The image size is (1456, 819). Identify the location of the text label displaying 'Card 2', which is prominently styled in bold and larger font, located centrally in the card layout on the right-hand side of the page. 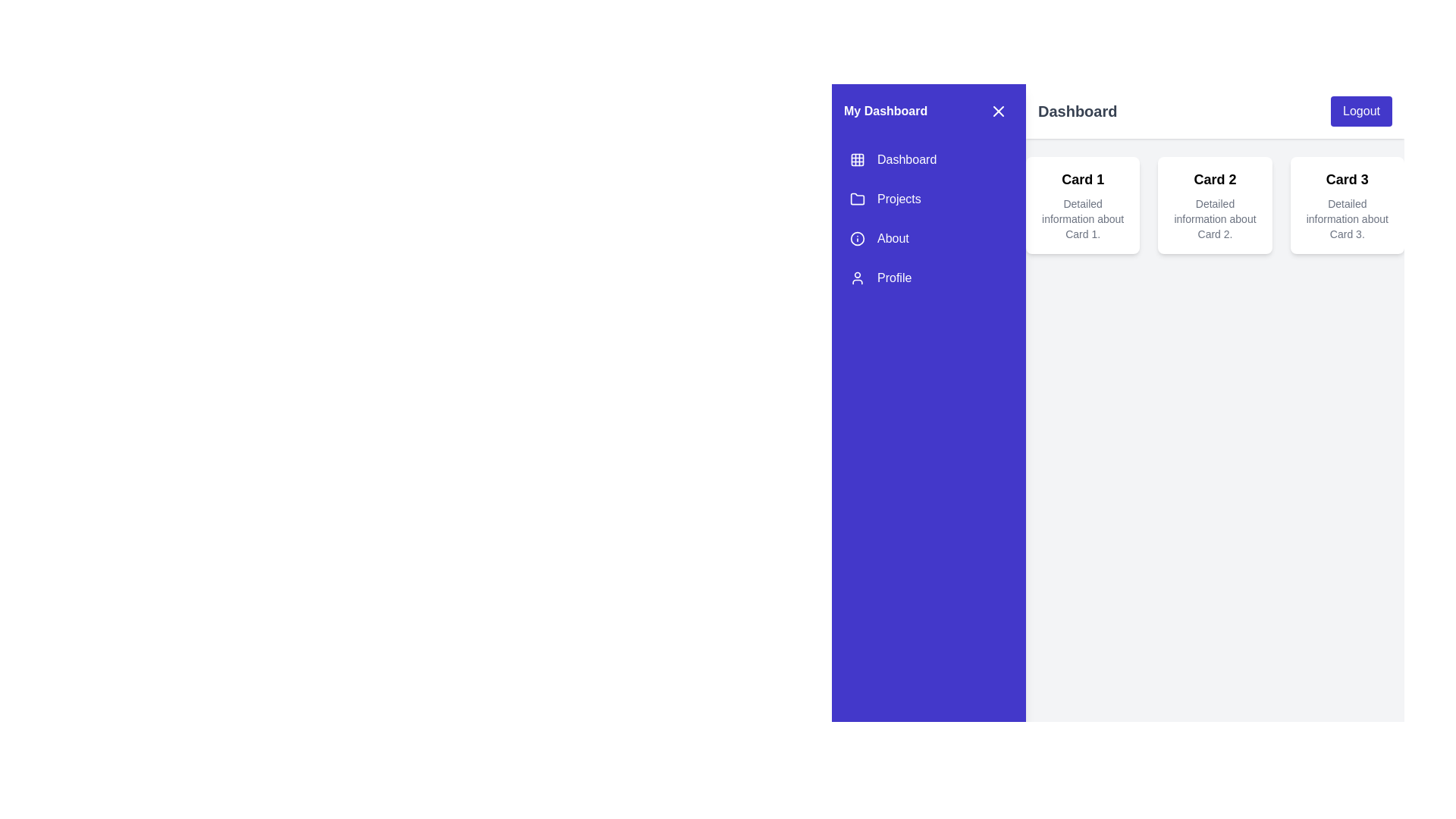
(1215, 178).